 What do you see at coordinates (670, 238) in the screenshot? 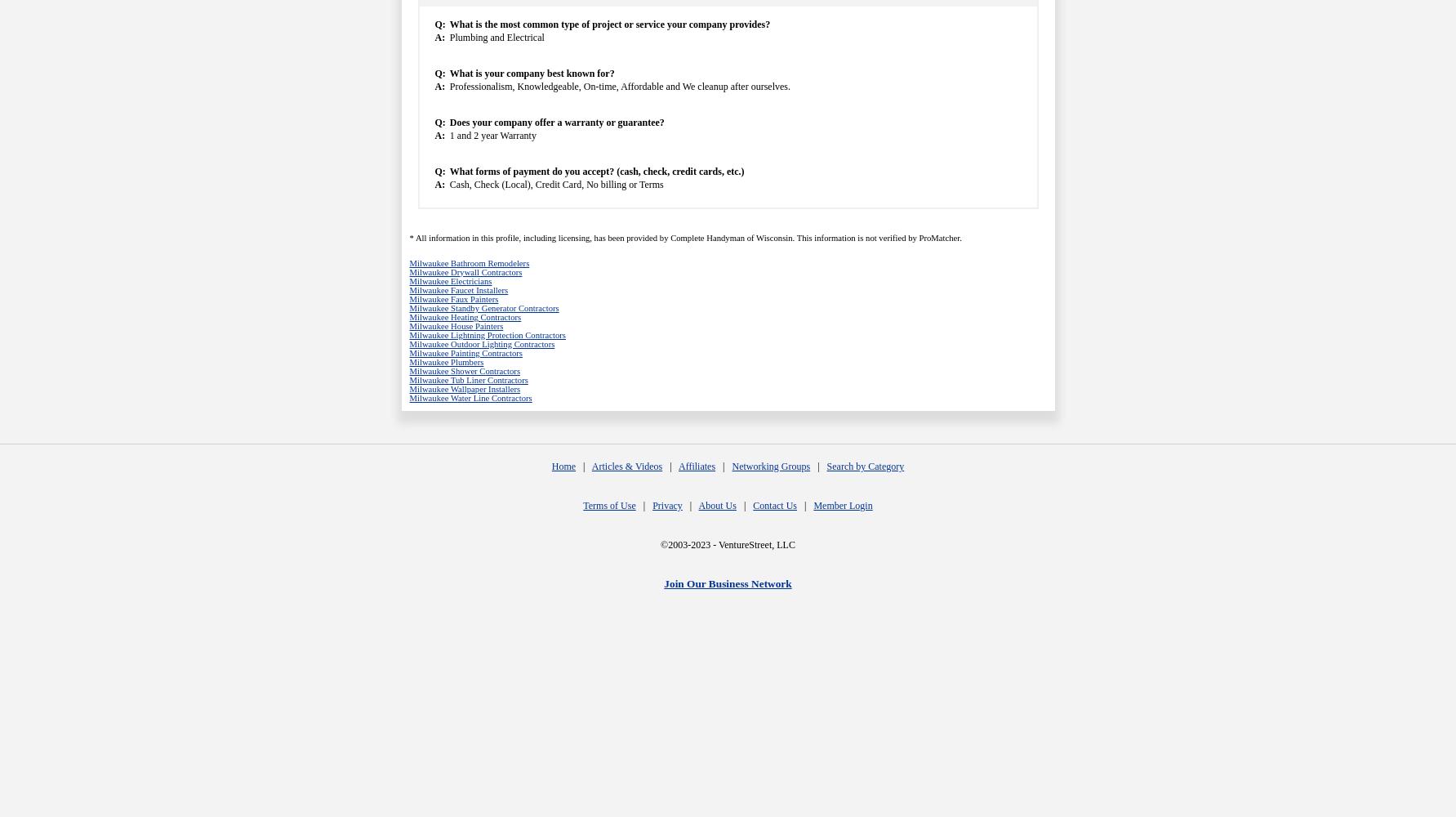
I see `'Complete Handyman of Wisconsin'` at bounding box center [670, 238].